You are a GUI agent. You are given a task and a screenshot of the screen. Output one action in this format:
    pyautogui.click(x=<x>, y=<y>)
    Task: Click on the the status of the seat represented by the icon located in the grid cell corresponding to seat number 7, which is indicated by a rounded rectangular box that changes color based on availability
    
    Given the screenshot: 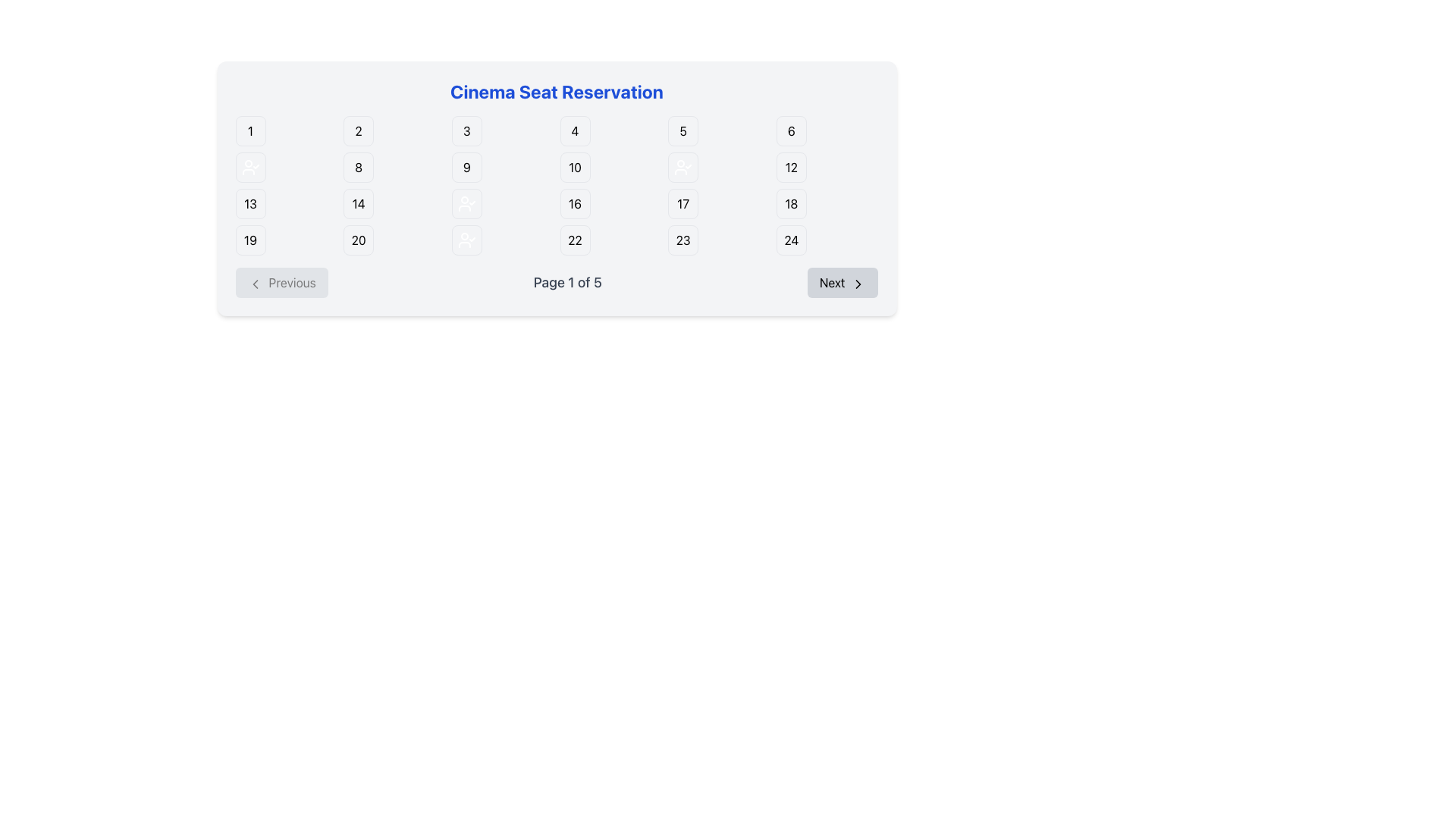 What is the action you would take?
    pyautogui.click(x=250, y=167)
    